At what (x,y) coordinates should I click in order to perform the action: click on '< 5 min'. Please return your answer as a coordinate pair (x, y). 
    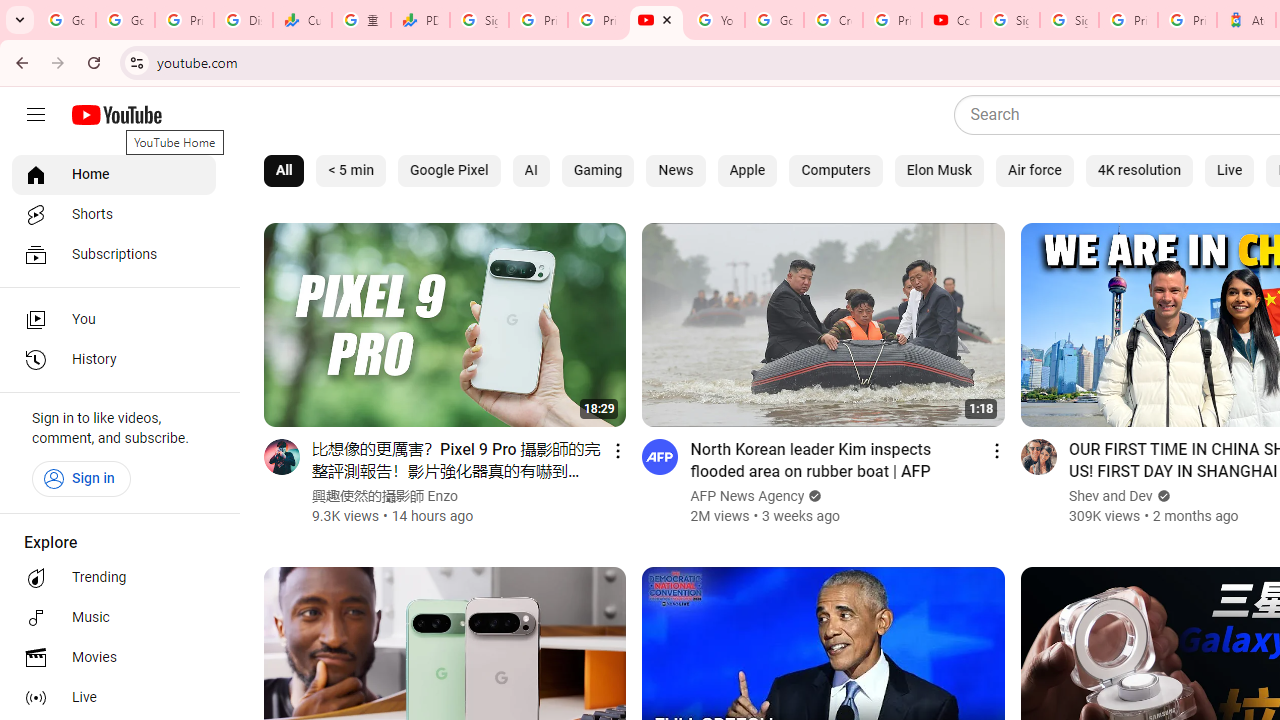
    Looking at the image, I should click on (351, 170).